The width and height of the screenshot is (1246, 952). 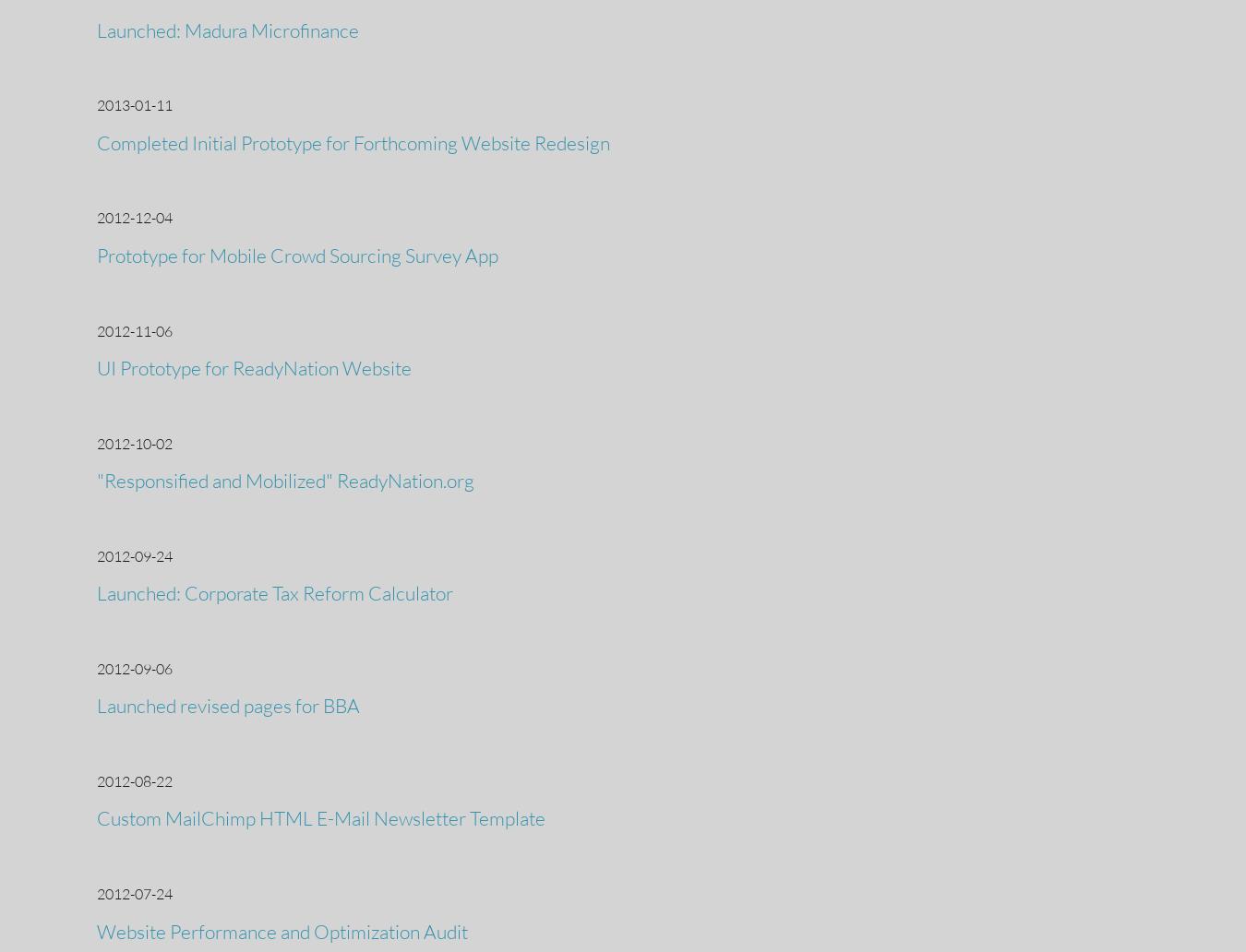 I want to click on '2012-10-02', so click(x=134, y=441).